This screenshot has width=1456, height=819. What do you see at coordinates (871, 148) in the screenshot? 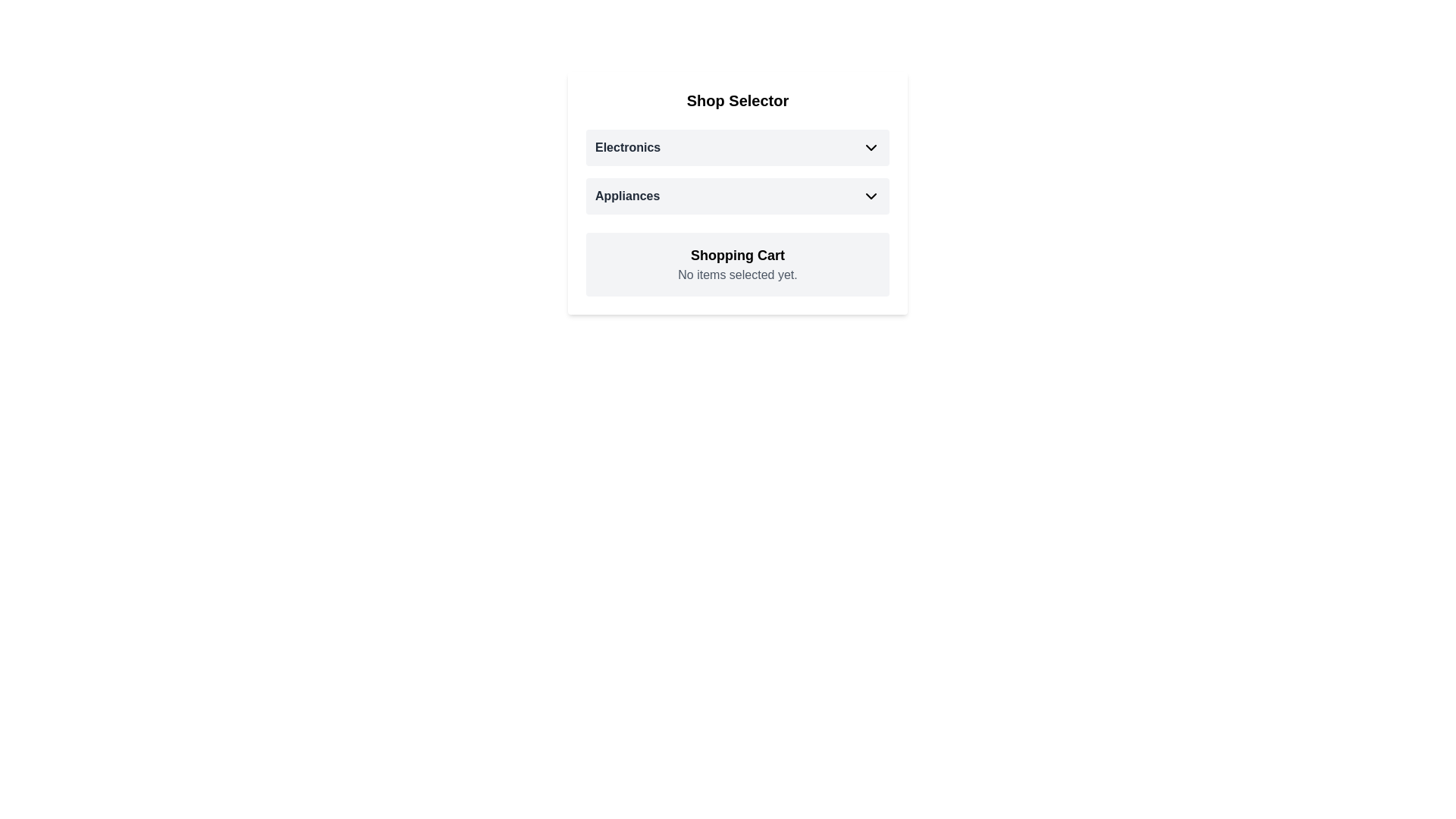
I see `the rightmost icon in the 'Electronics' category bar` at bounding box center [871, 148].